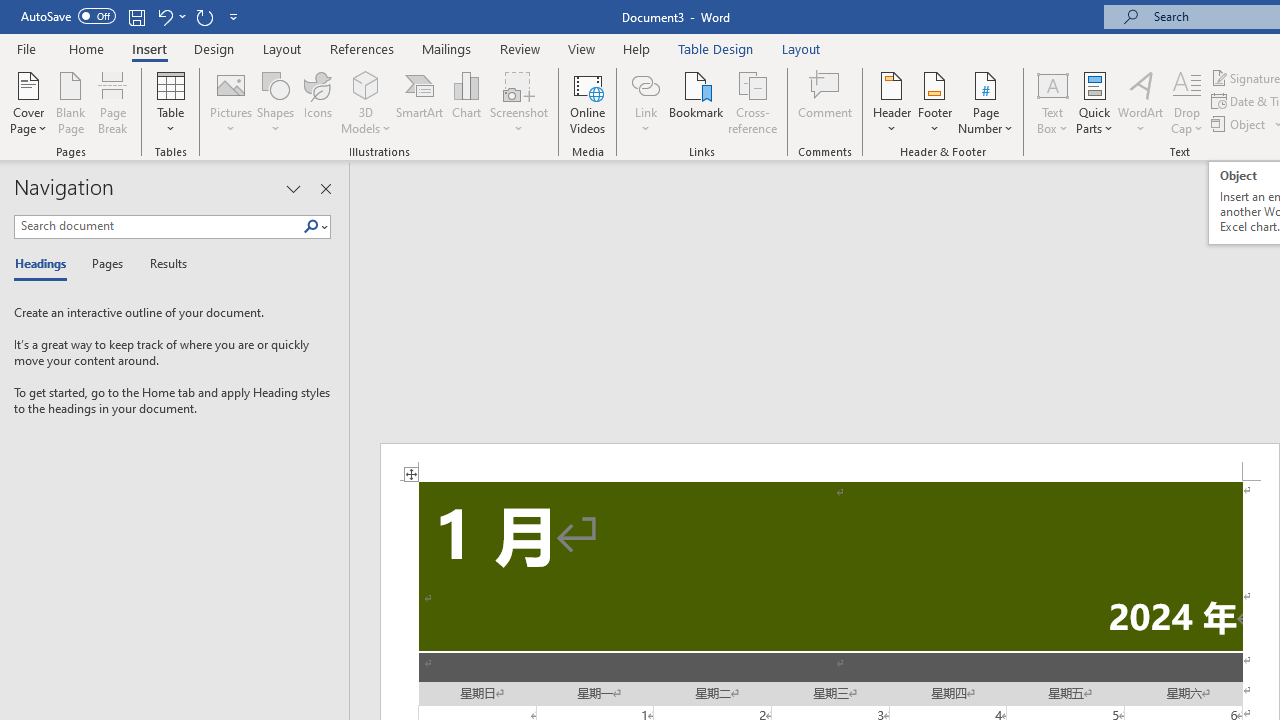 The image size is (1280, 720). I want to click on '3D Models', so click(366, 103).